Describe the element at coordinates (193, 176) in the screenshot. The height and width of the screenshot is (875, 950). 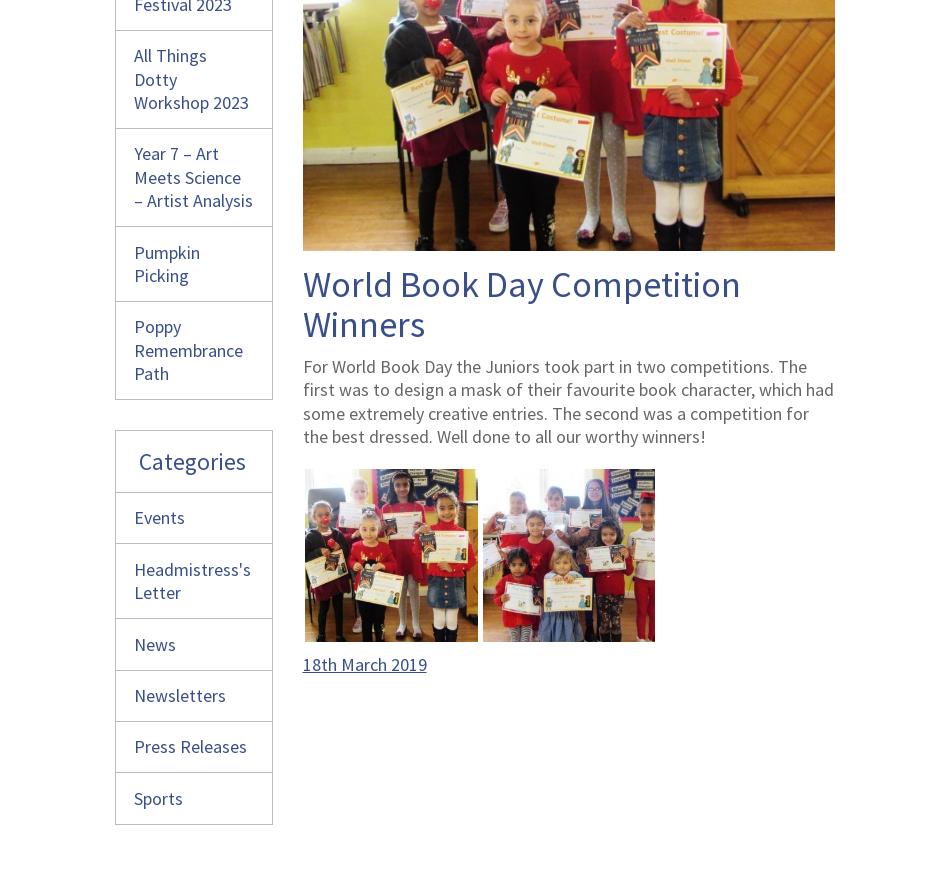
I see `'Year 7 – Art Meets Science – Artist Analysis'` at that location.